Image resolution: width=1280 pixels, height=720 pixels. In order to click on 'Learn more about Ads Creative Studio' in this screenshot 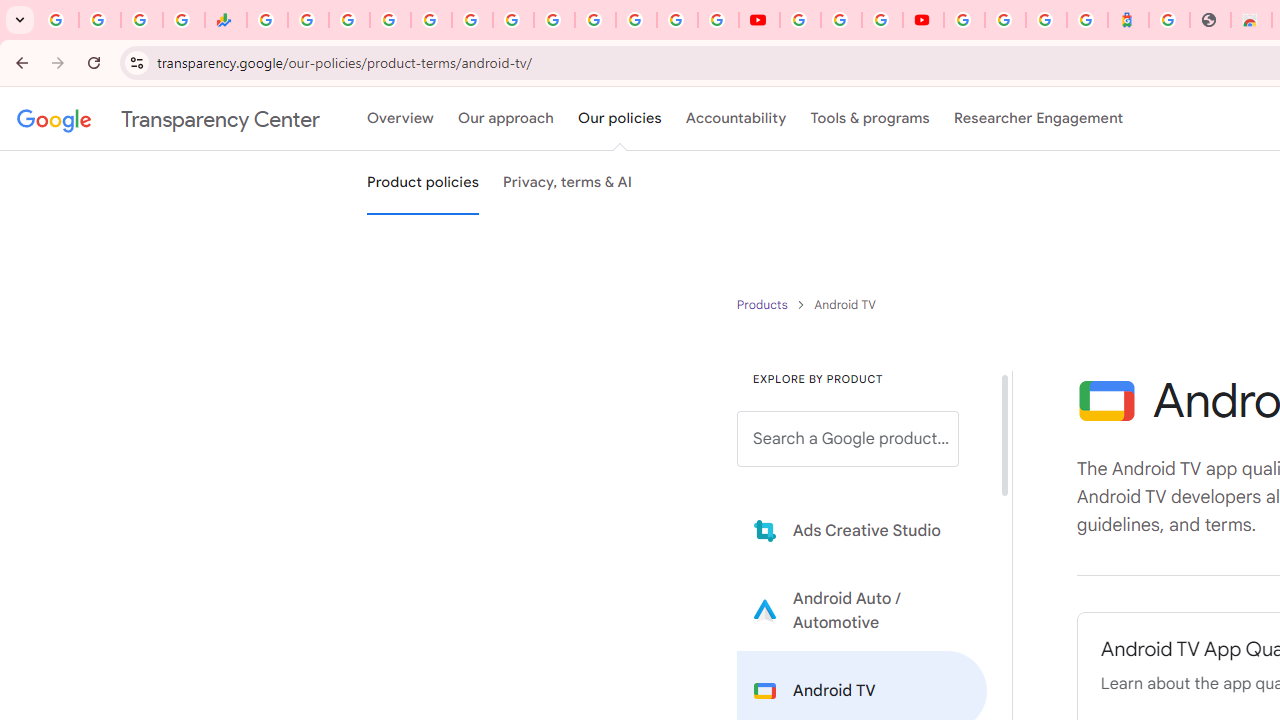, I will do `click(862, 530)`.